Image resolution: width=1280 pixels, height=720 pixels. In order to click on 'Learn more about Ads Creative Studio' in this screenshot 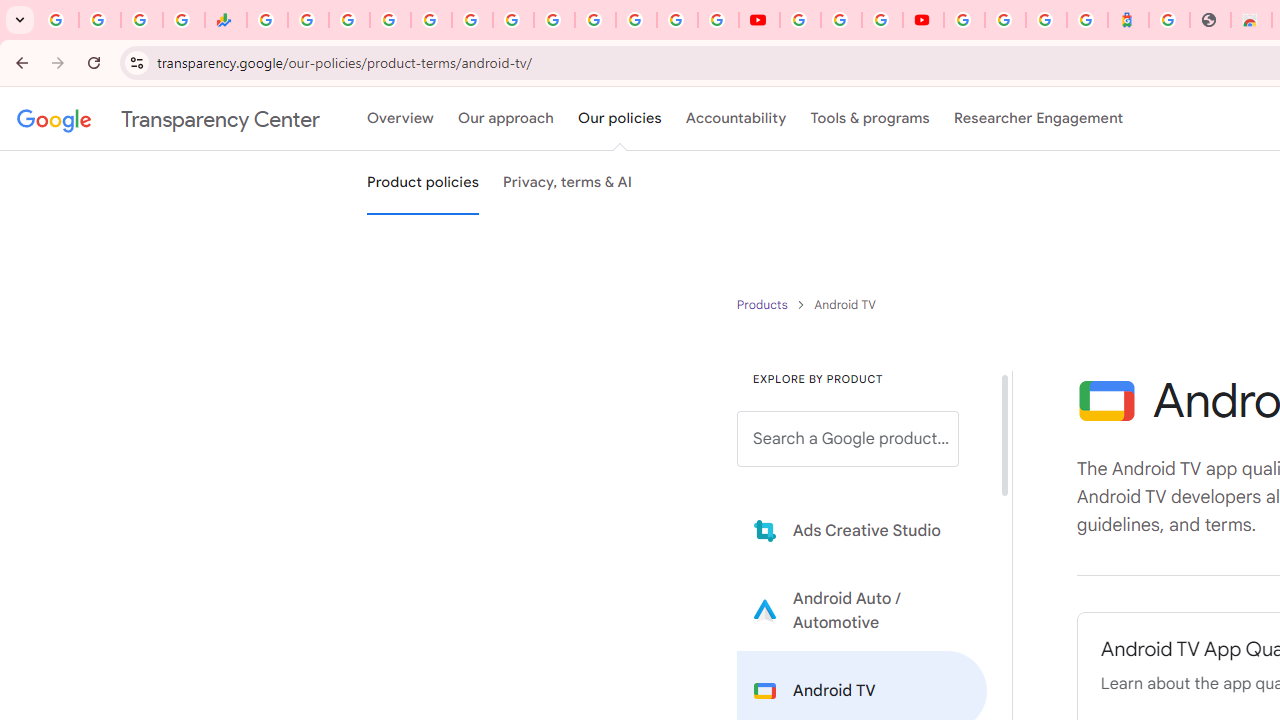, I will do `click(862, 530)`.